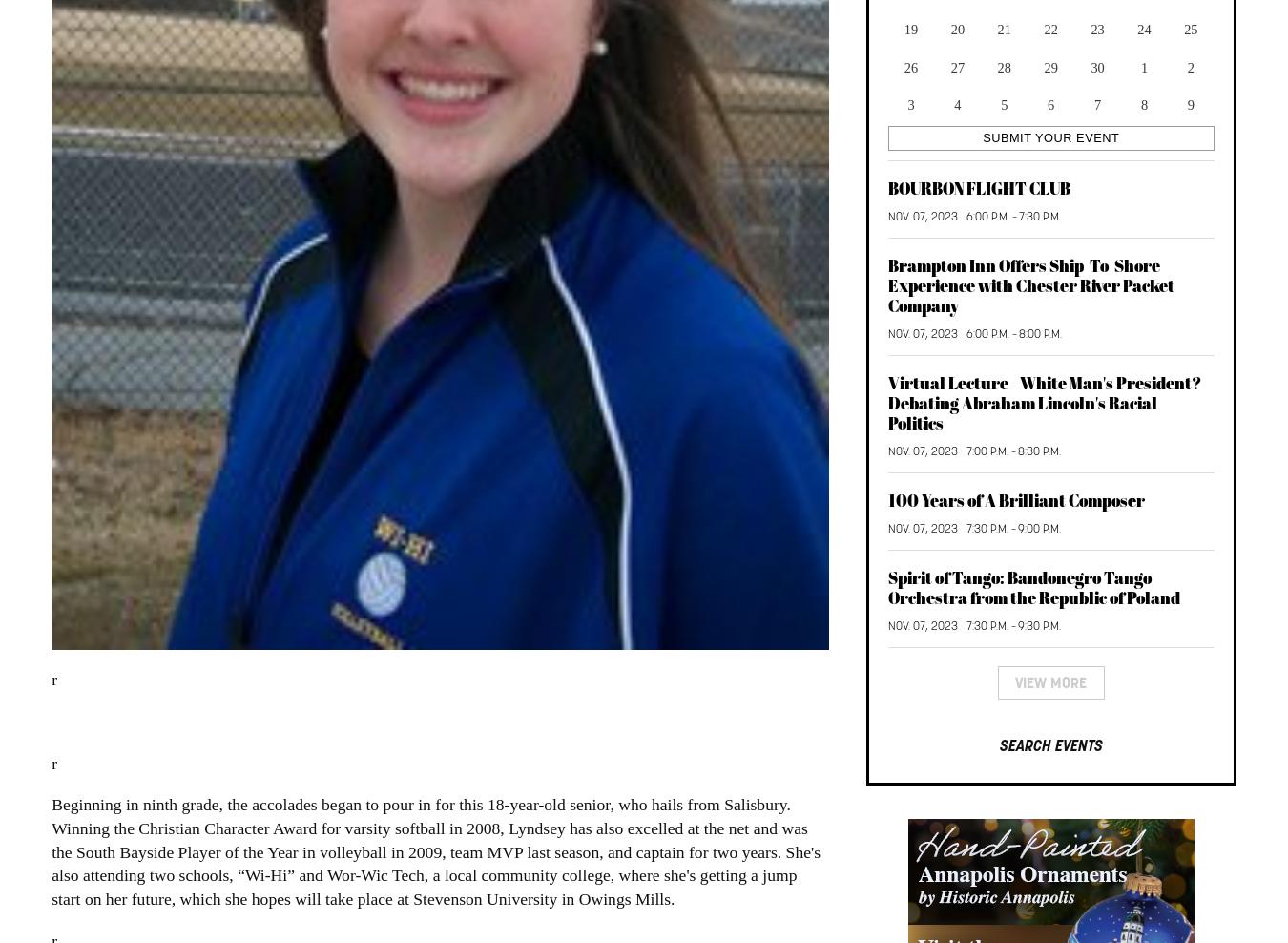 This screenshot has height=943, width=1288. Describe the element at coordinates (1047, 103) in the screenshot. I see `'6'` at that location.